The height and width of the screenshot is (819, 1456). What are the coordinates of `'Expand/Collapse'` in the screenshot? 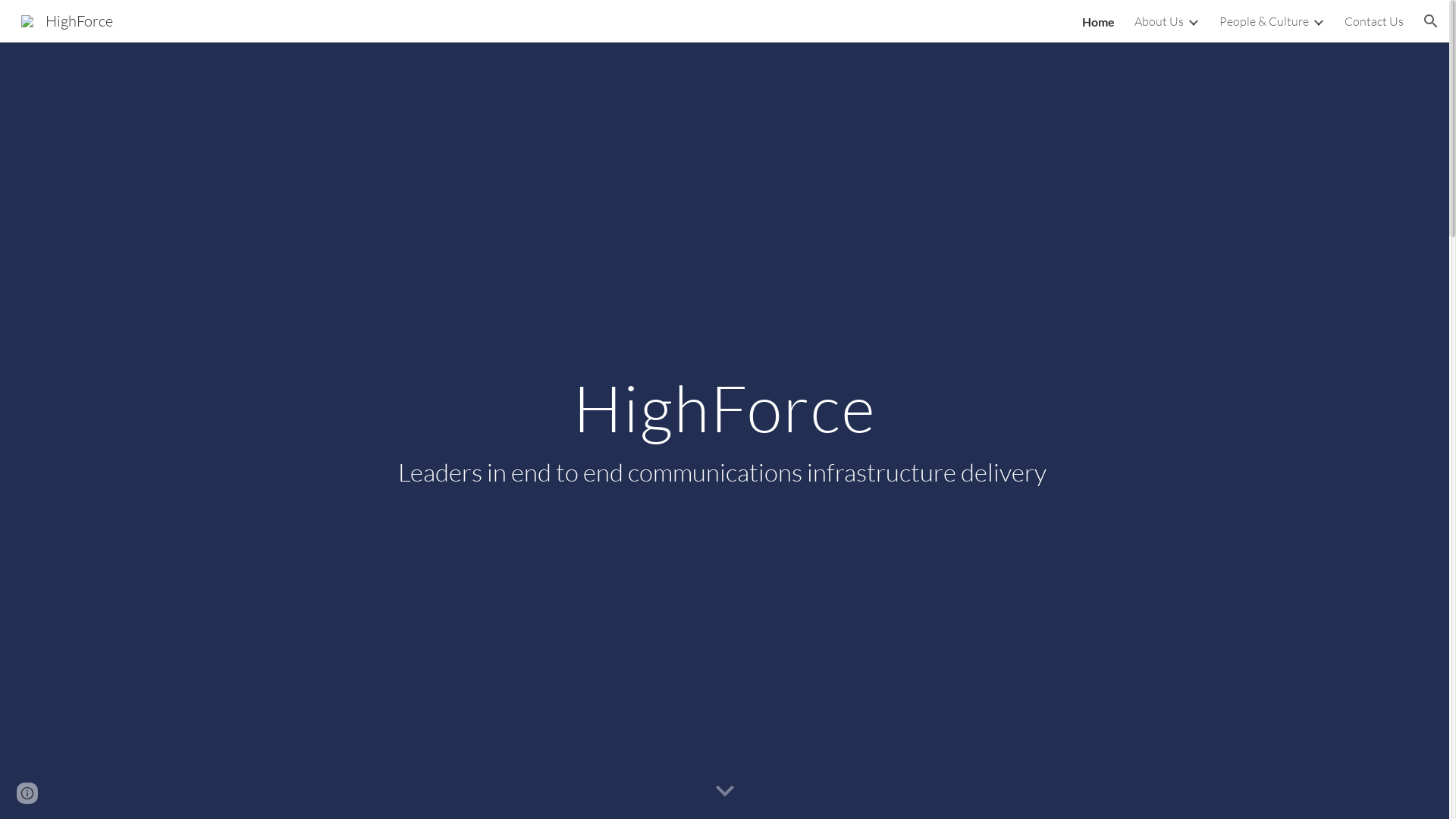 It's located at (1192, 20).